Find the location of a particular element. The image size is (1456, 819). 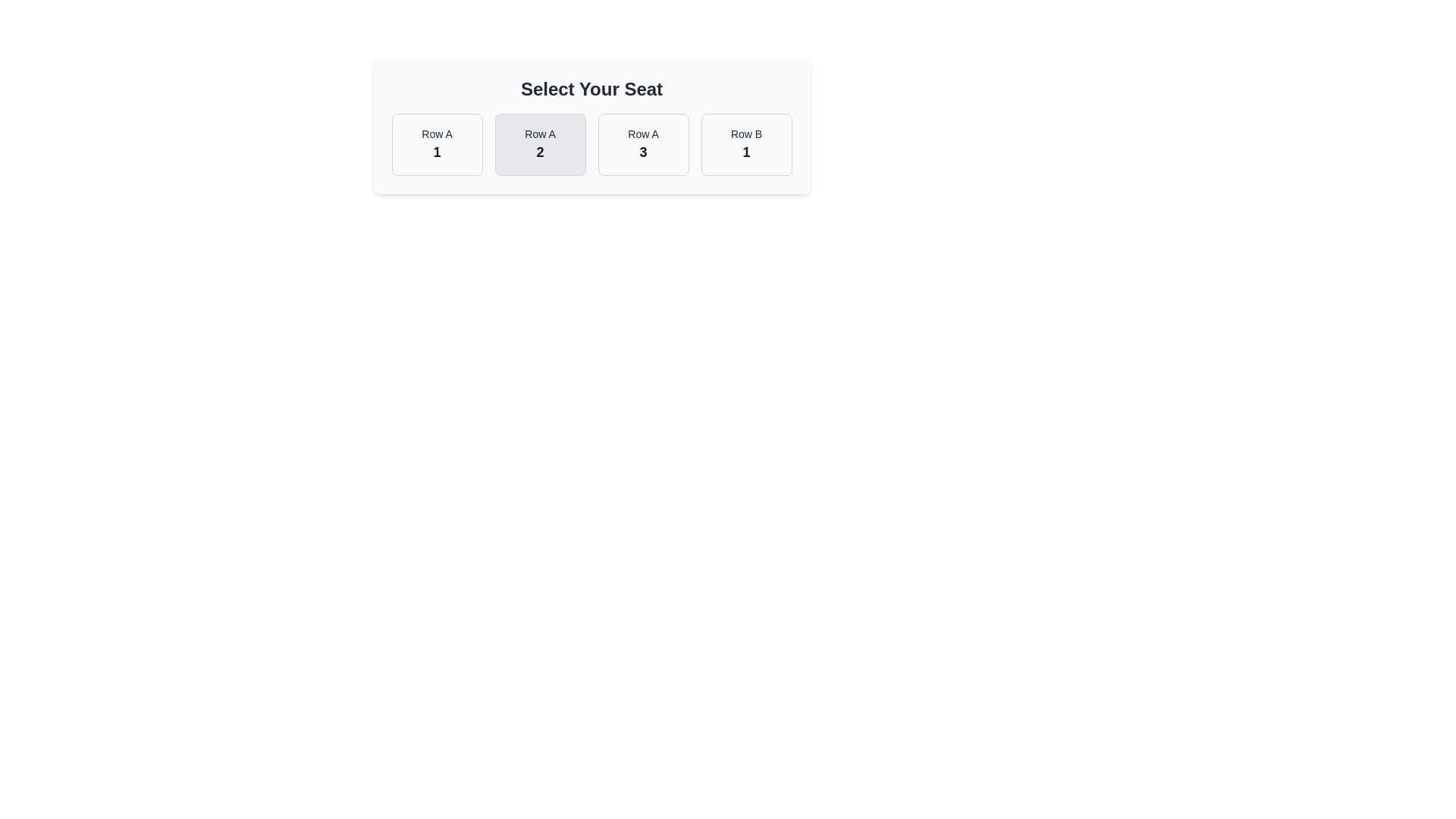

the button representing the option for 'Row A 3' to indicate a selection in the seat selection process is located at coordinates (643, 145).